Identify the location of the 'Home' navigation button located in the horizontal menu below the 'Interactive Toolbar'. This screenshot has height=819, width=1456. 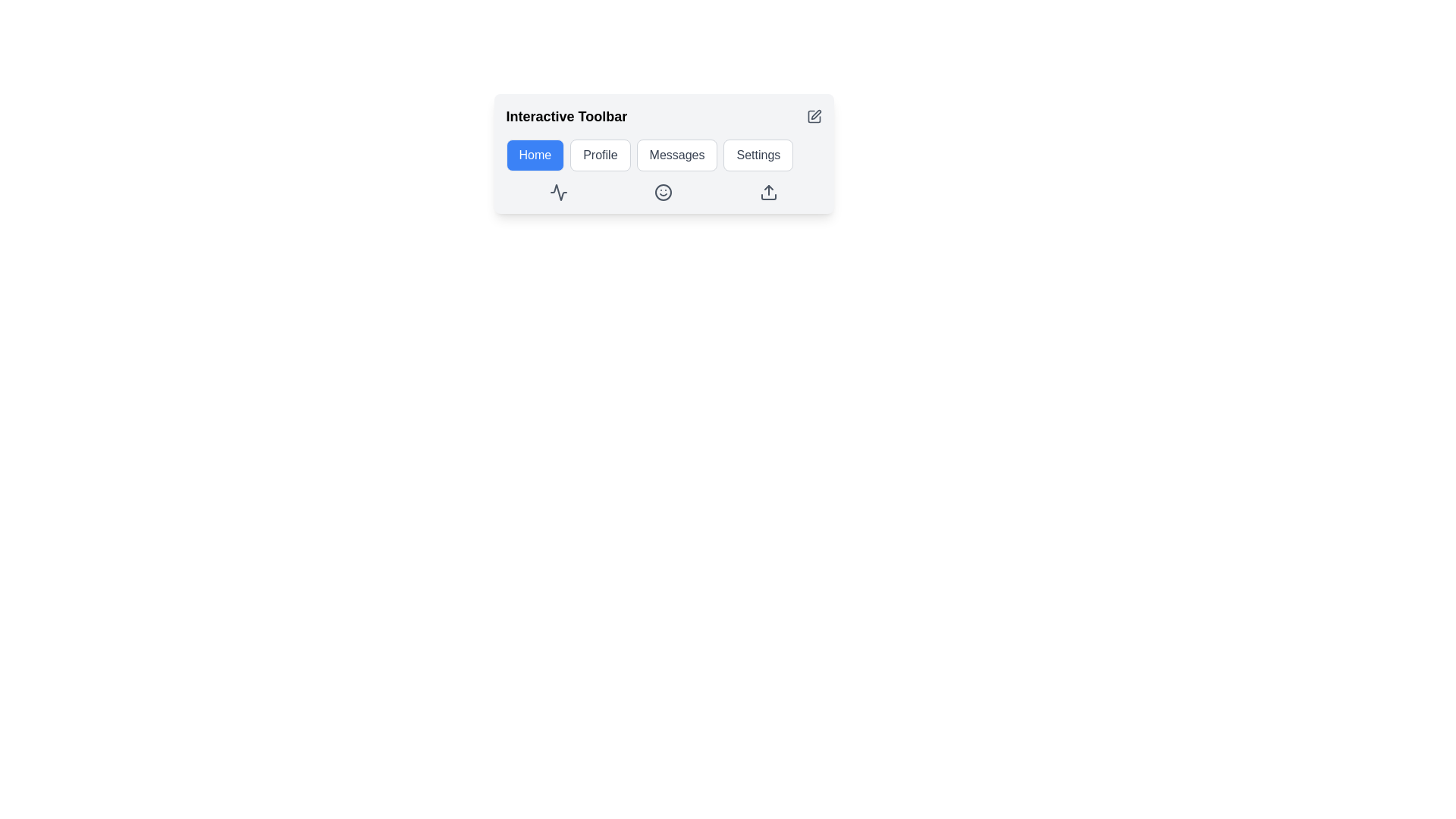
(535, 155).